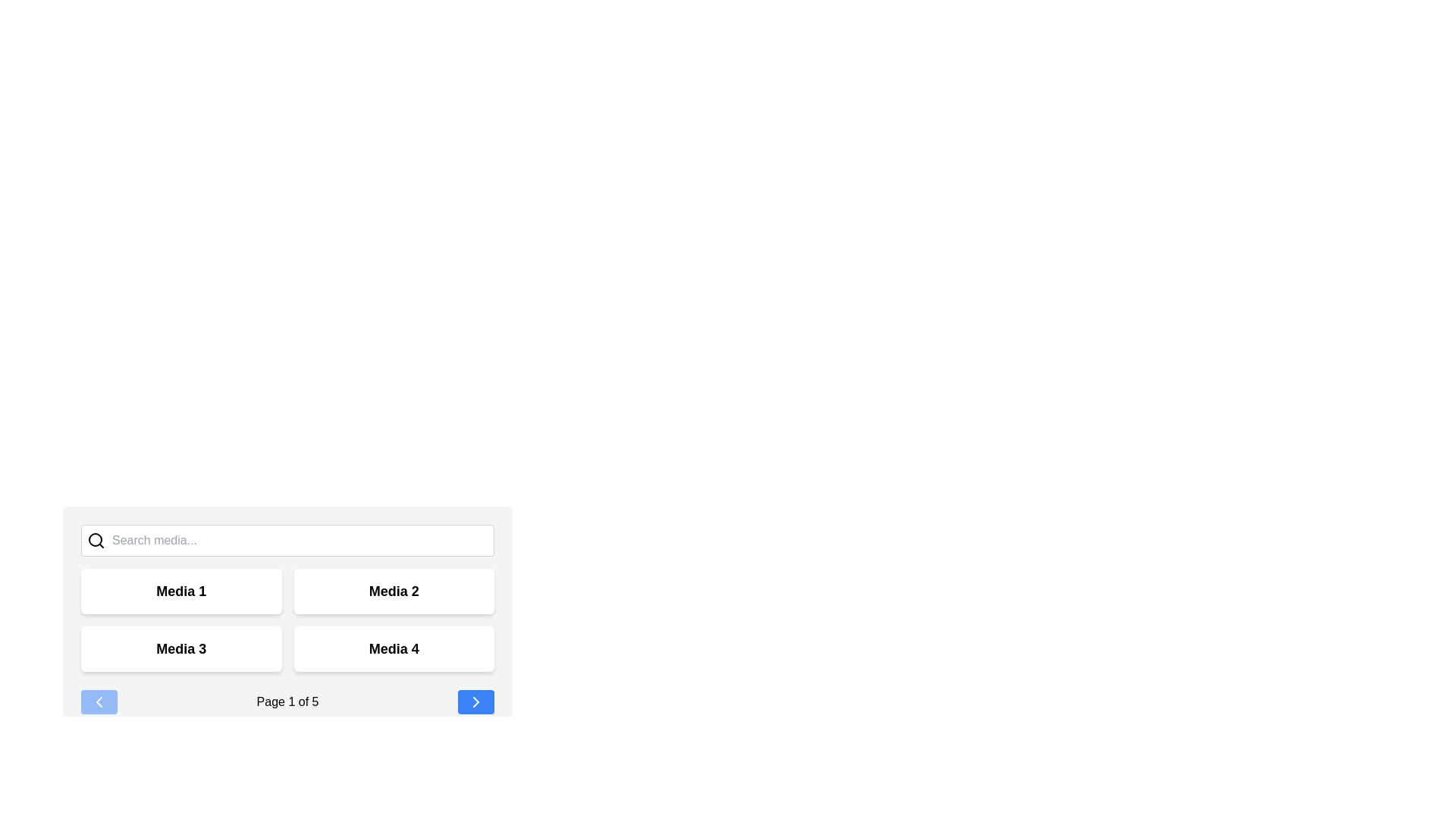 This screenshot has width=1456, height=819. What do you see at coordinates (94, 539) in the screenshot?
I see `hollow circular part of the magnifying glass icon located in the top-left position of the search bar by clicking on it` at bounding box center [94, 539].